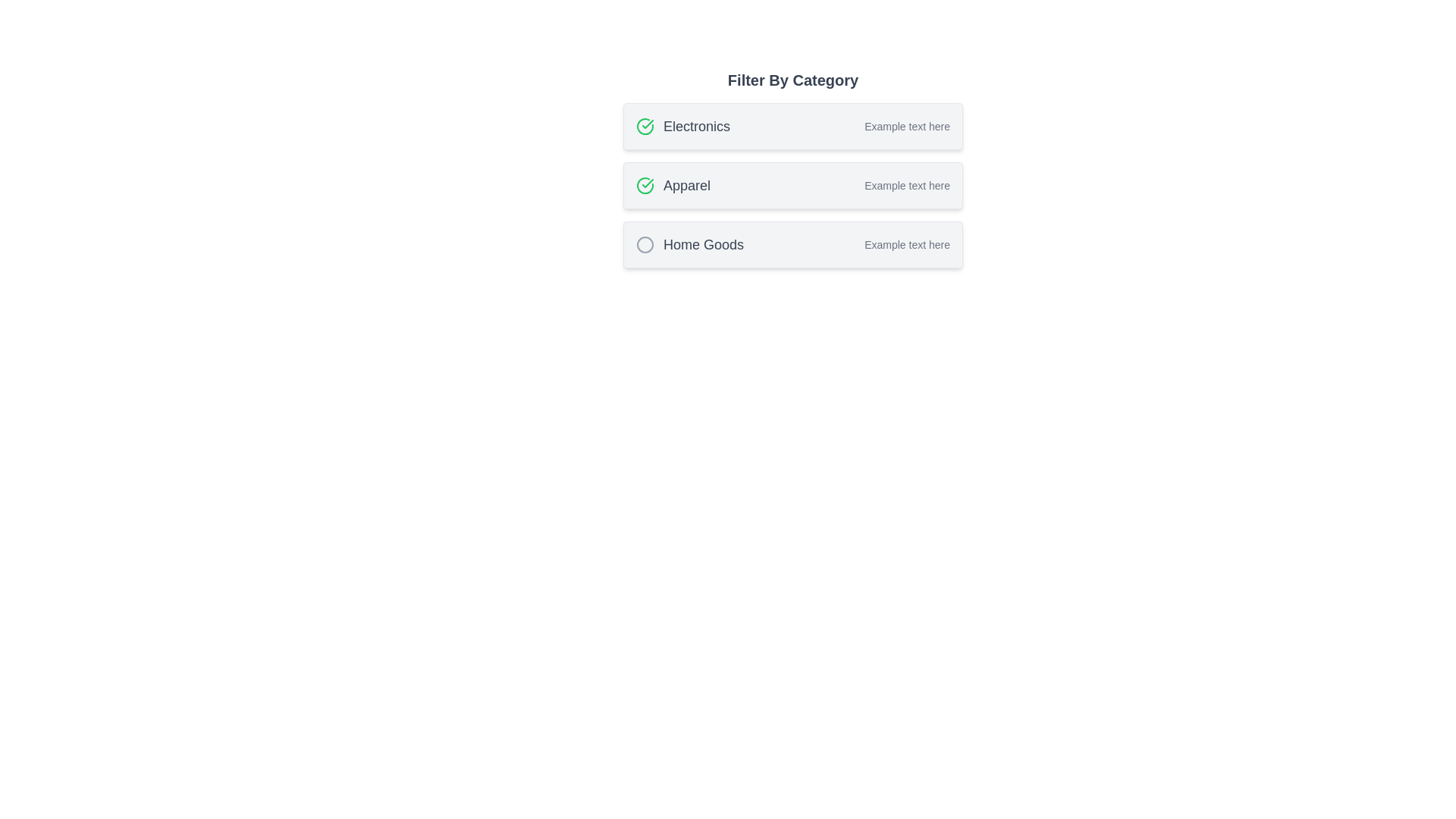 The height and width of the screenshot is (819, 1456). Describe the element at coordinates (907, 125) in the screenshot. I see `text from the Static Text Label that displays 'Example text here', which is styled with a small font size and gray color within the 'Electronics' category card` at that location.